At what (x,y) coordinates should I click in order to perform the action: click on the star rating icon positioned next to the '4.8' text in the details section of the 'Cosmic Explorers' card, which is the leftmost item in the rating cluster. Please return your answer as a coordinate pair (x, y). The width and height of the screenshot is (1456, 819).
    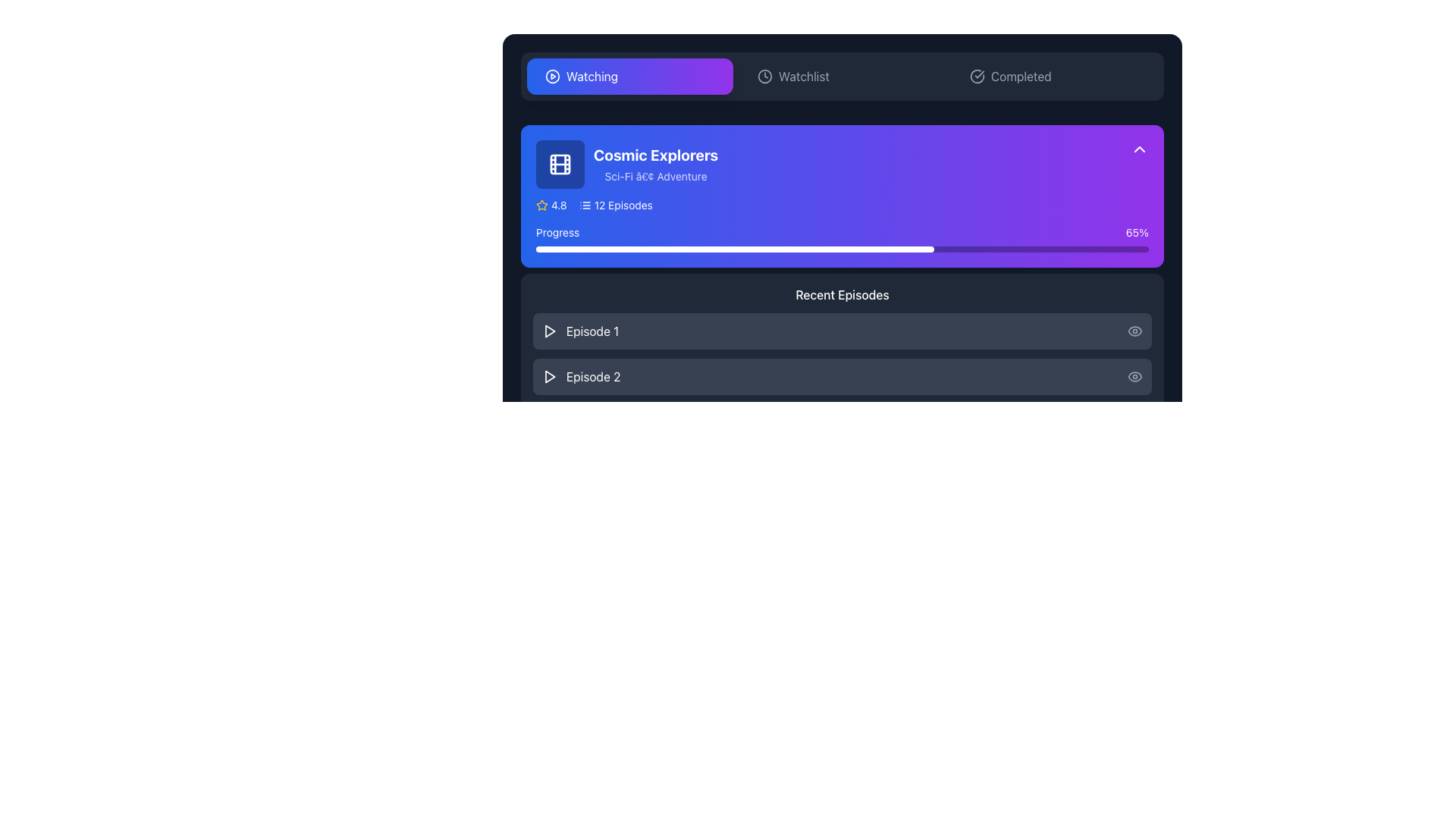
    Looking at the image, I should click on (542, 205).